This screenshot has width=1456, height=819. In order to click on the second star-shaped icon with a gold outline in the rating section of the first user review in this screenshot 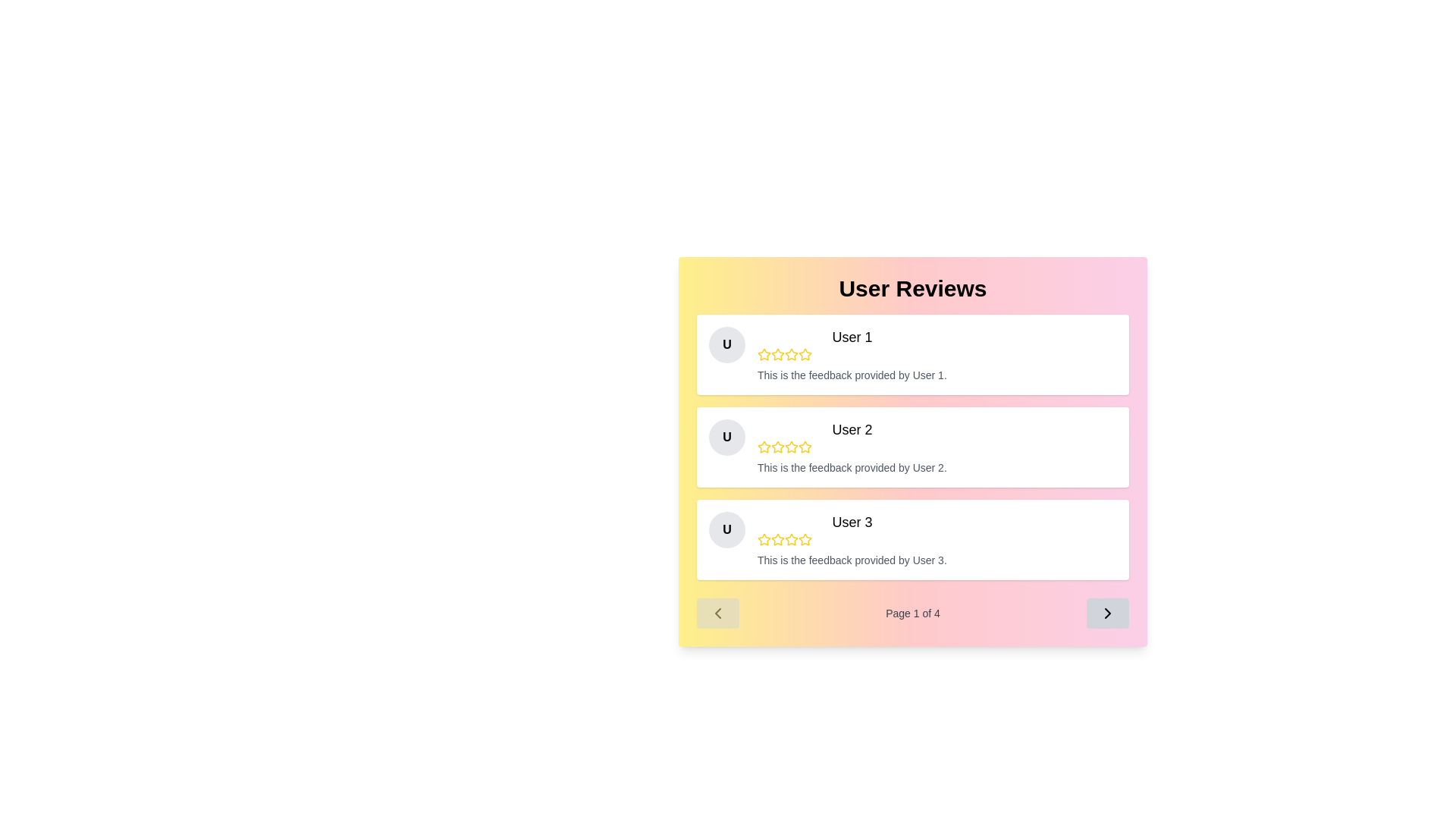, I will do `click(778, 354)`.